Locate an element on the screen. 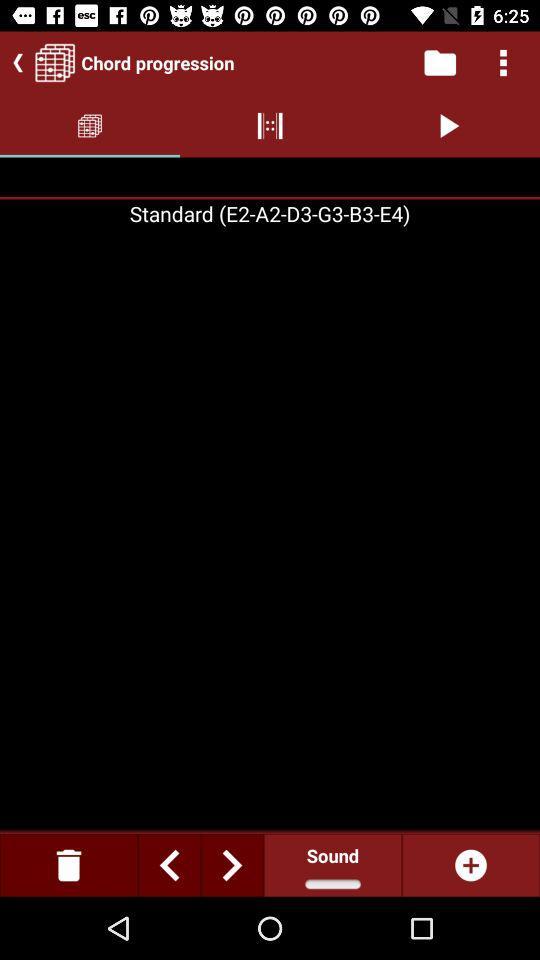 This screenshot has width=540, height=960. standard e2a2d3g3b3e4 on the page is located at coordinates (270, 213).